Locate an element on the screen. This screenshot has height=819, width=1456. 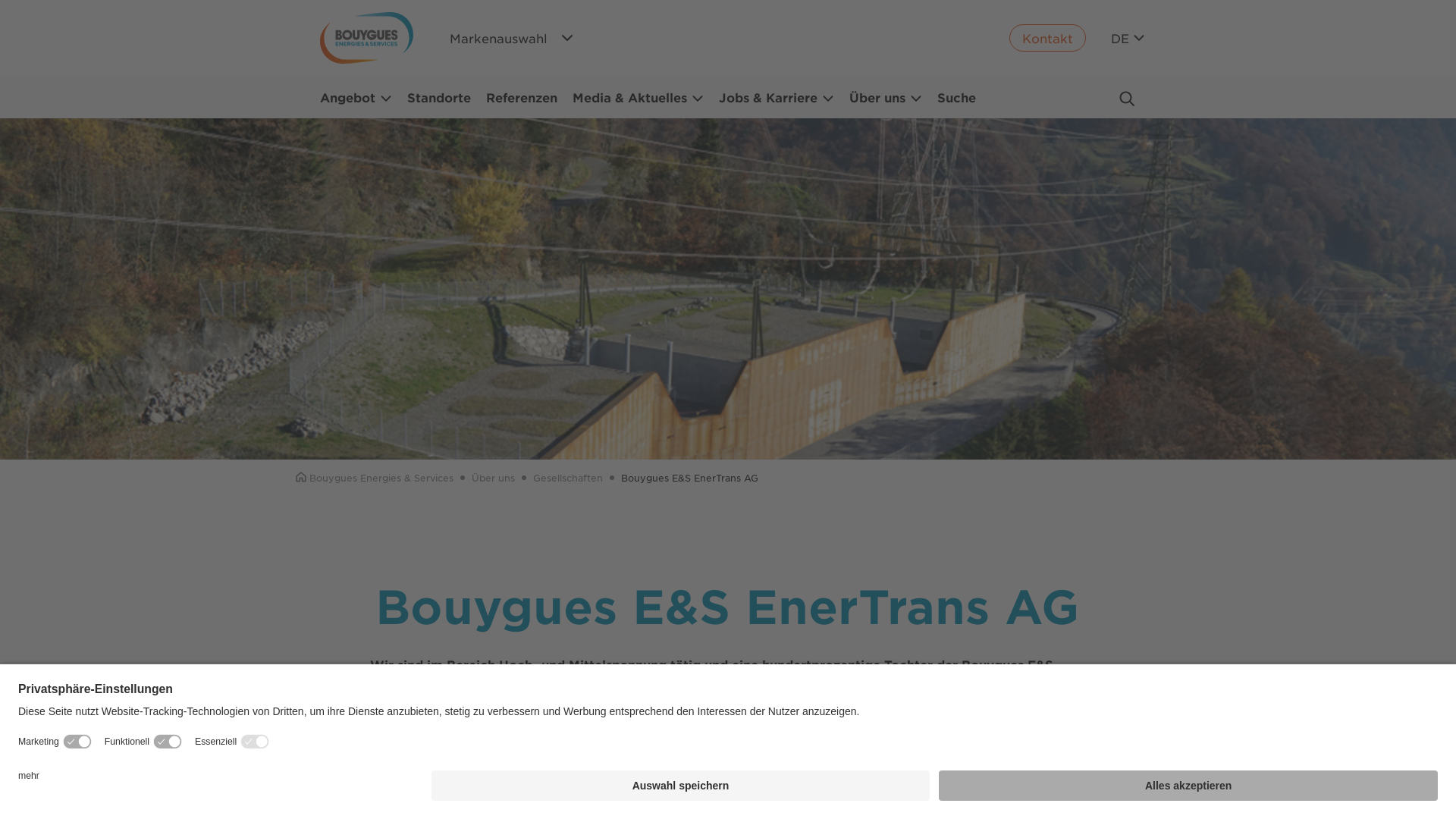
'Gesellschaften' is located at coordinates (566, 476).